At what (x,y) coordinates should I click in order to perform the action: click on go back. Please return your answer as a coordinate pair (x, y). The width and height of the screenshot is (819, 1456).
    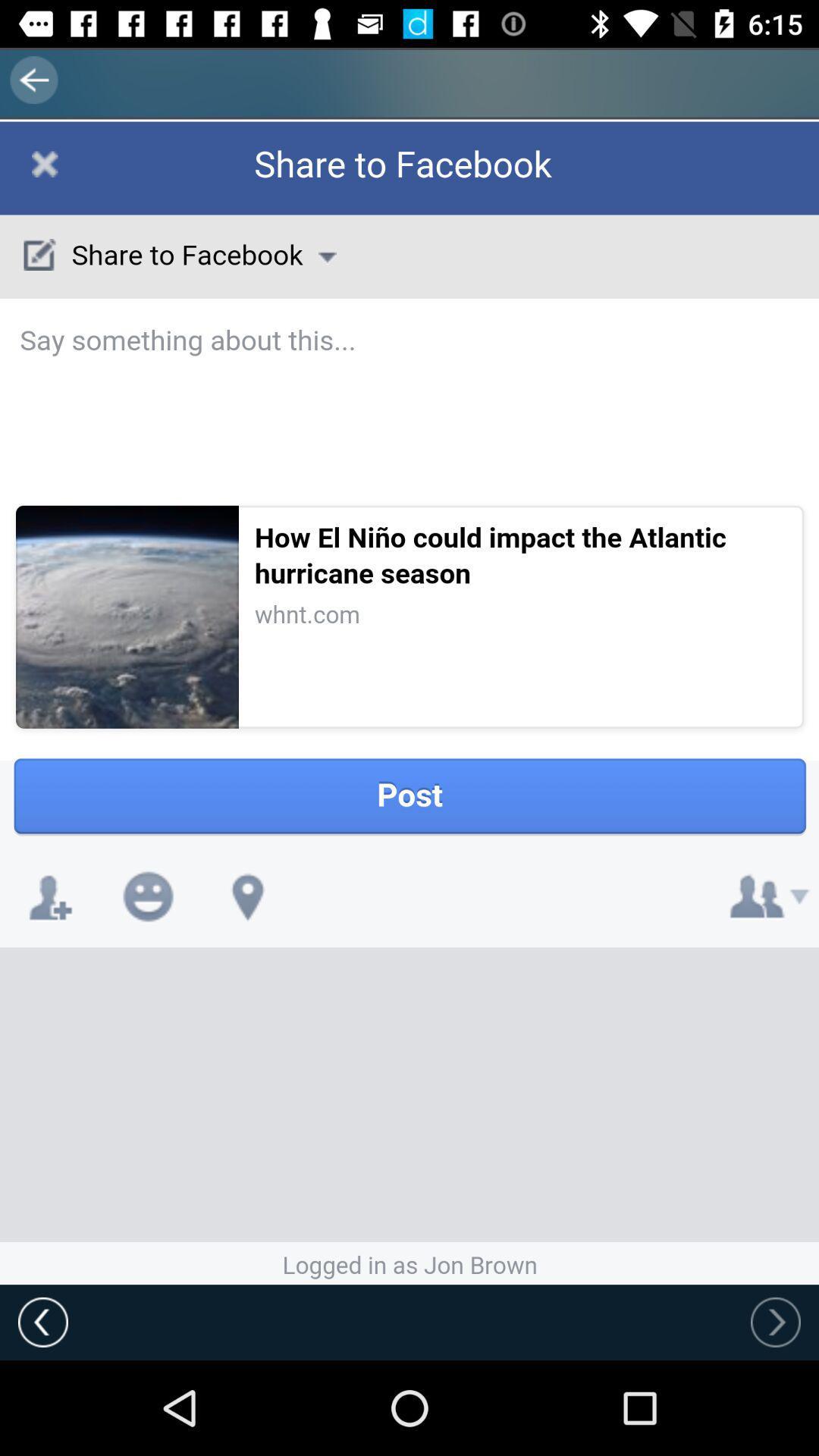
    Looking at the image, I should click on (42, 1321).